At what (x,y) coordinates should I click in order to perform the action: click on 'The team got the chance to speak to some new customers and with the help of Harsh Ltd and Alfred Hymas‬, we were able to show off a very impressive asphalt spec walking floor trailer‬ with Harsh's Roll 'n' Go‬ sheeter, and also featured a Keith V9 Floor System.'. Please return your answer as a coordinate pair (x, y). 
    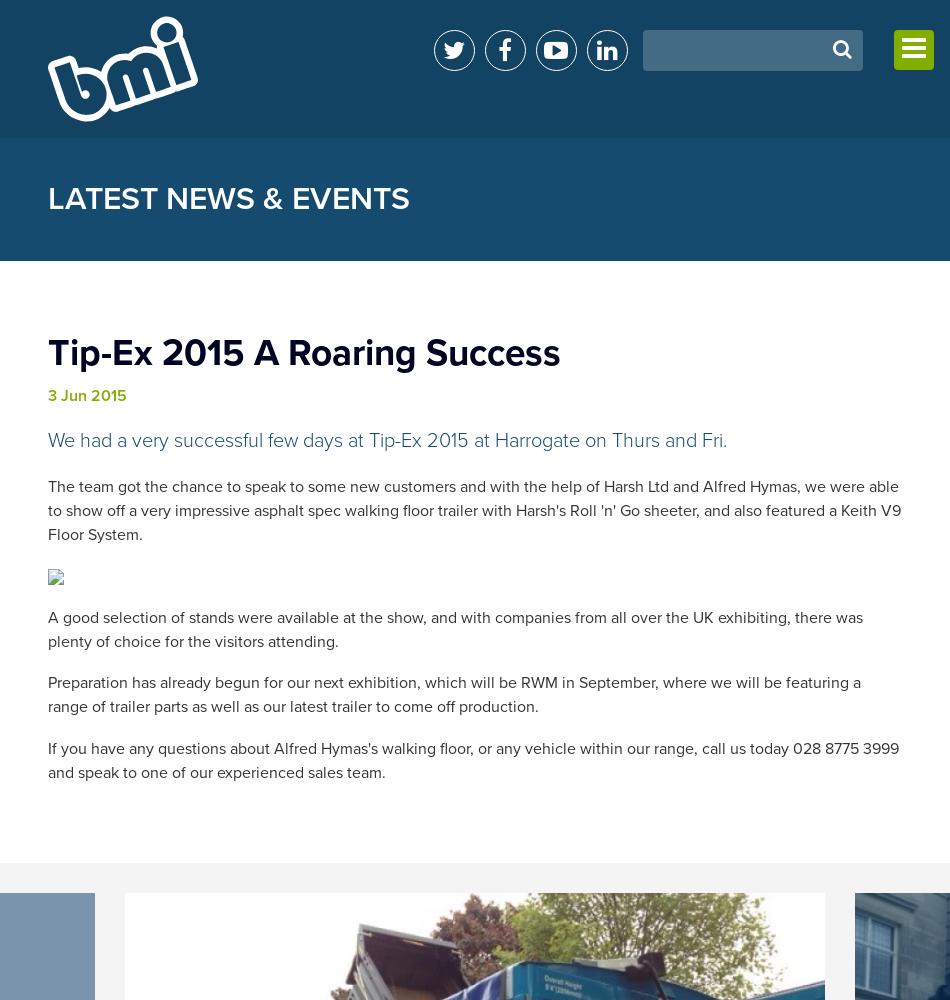
    Looking at the image, I should click on (472, 510).